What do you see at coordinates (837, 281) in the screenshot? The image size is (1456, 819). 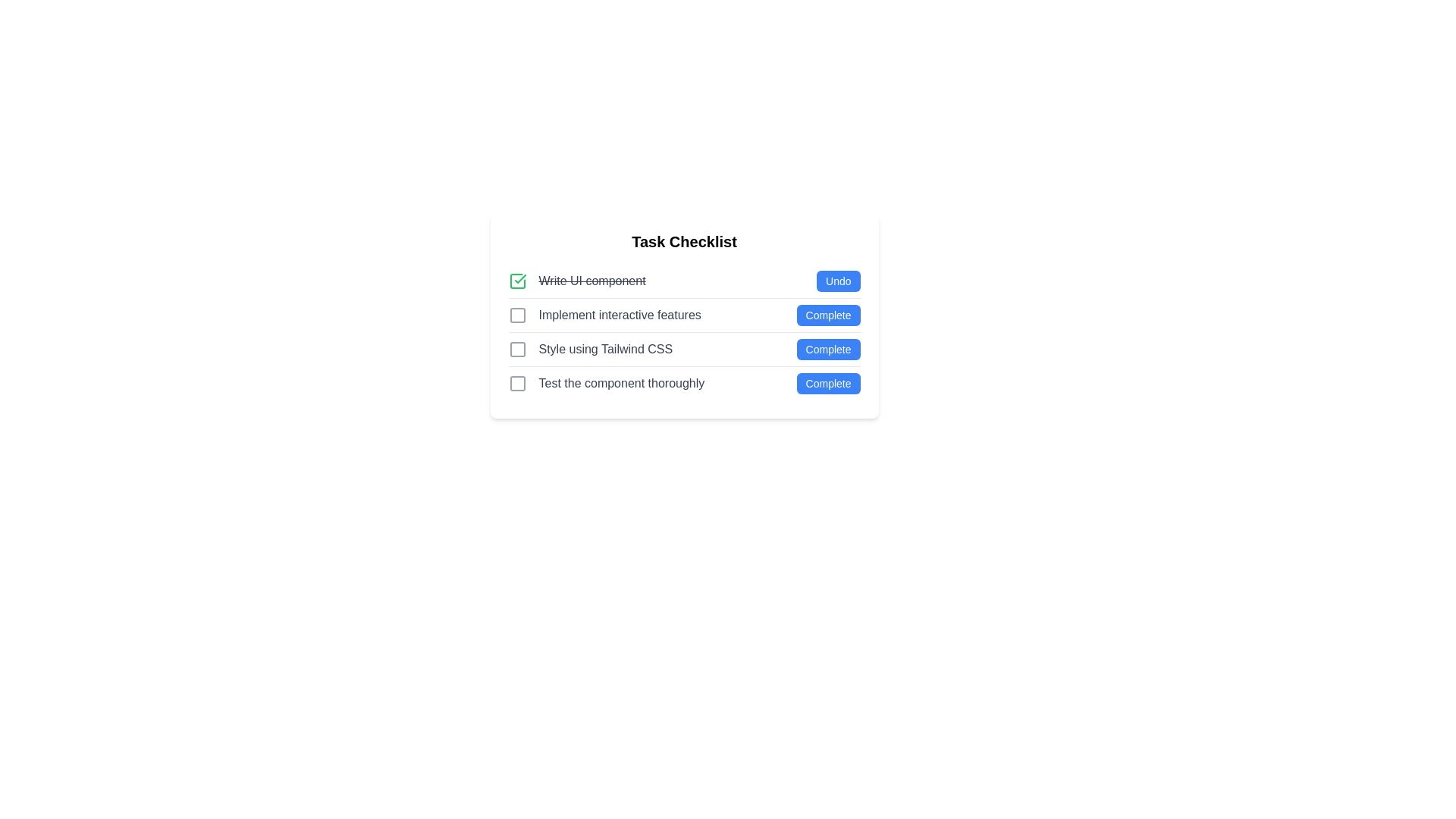 I see `the undo button located in the first row of the checklist, adjacent to the strikethrough text 'Write UI component'` at bounding box center [837, 281].